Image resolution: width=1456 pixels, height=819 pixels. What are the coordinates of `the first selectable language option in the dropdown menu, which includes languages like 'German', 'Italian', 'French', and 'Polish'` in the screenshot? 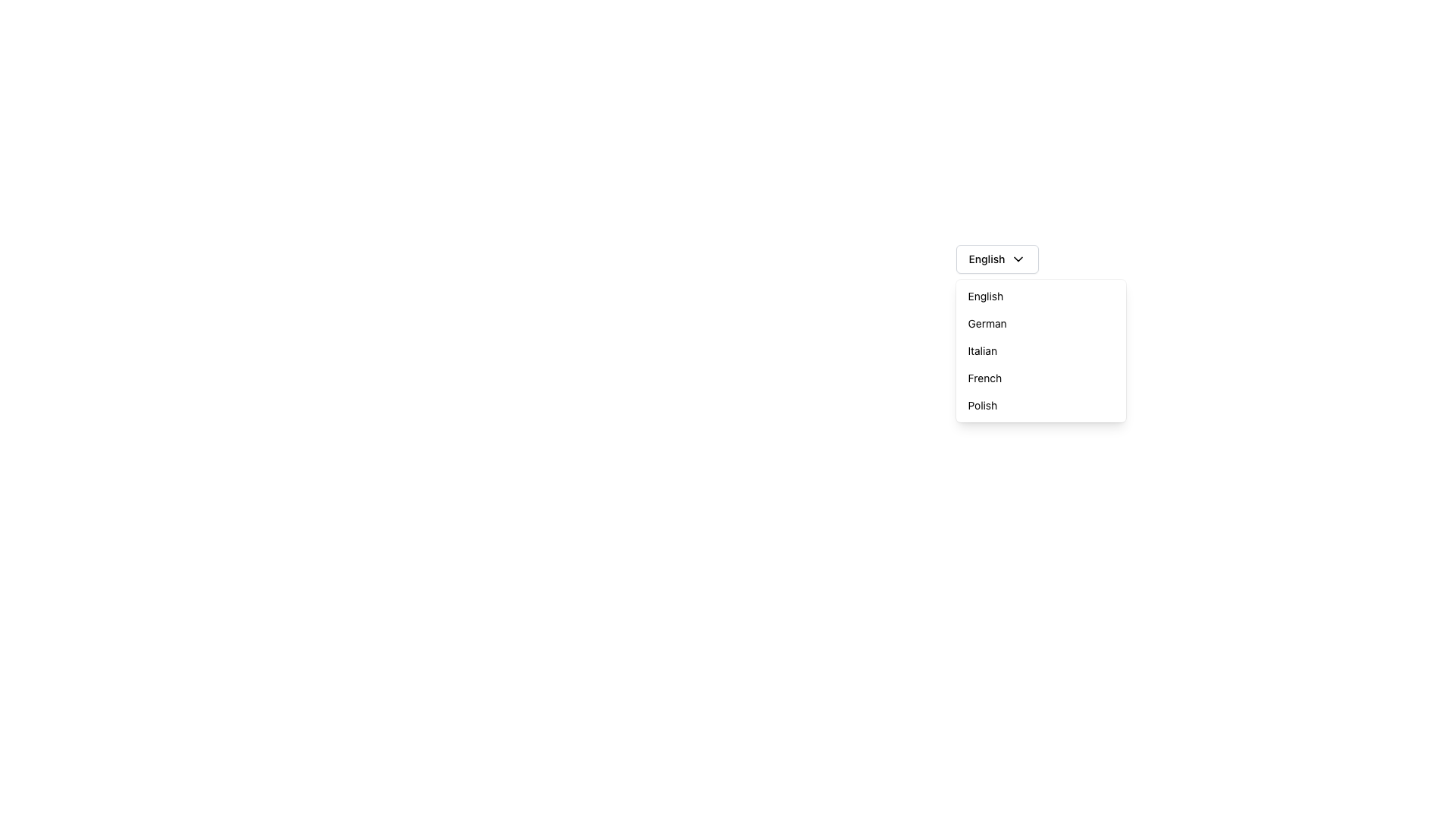 It's located at (1040, 296).